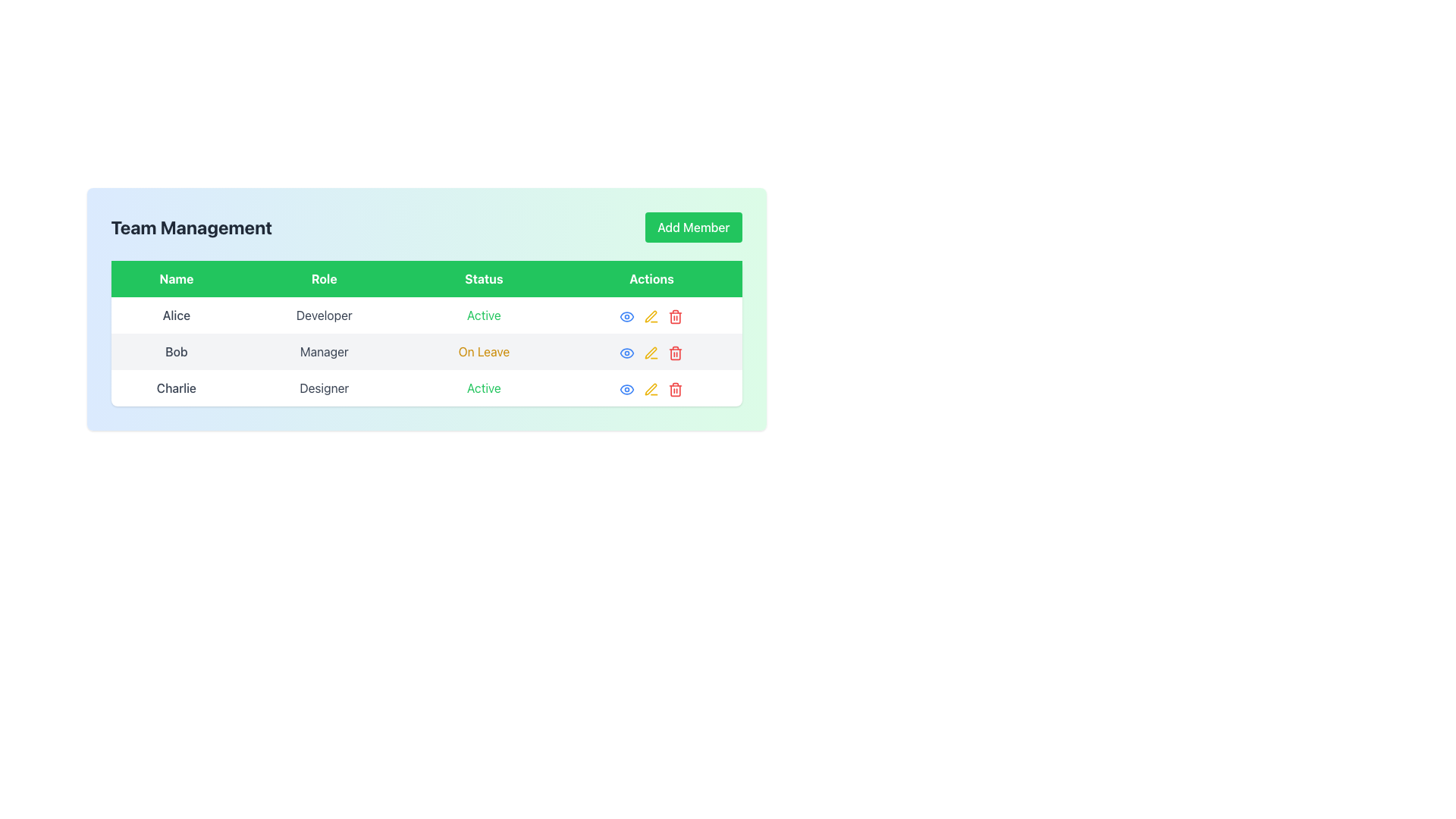 The image size is (1456, 819). I want to click on the yellow pen icon in the 'Actions' column of the second row in the 'Team Management' table, so click(651, 351).